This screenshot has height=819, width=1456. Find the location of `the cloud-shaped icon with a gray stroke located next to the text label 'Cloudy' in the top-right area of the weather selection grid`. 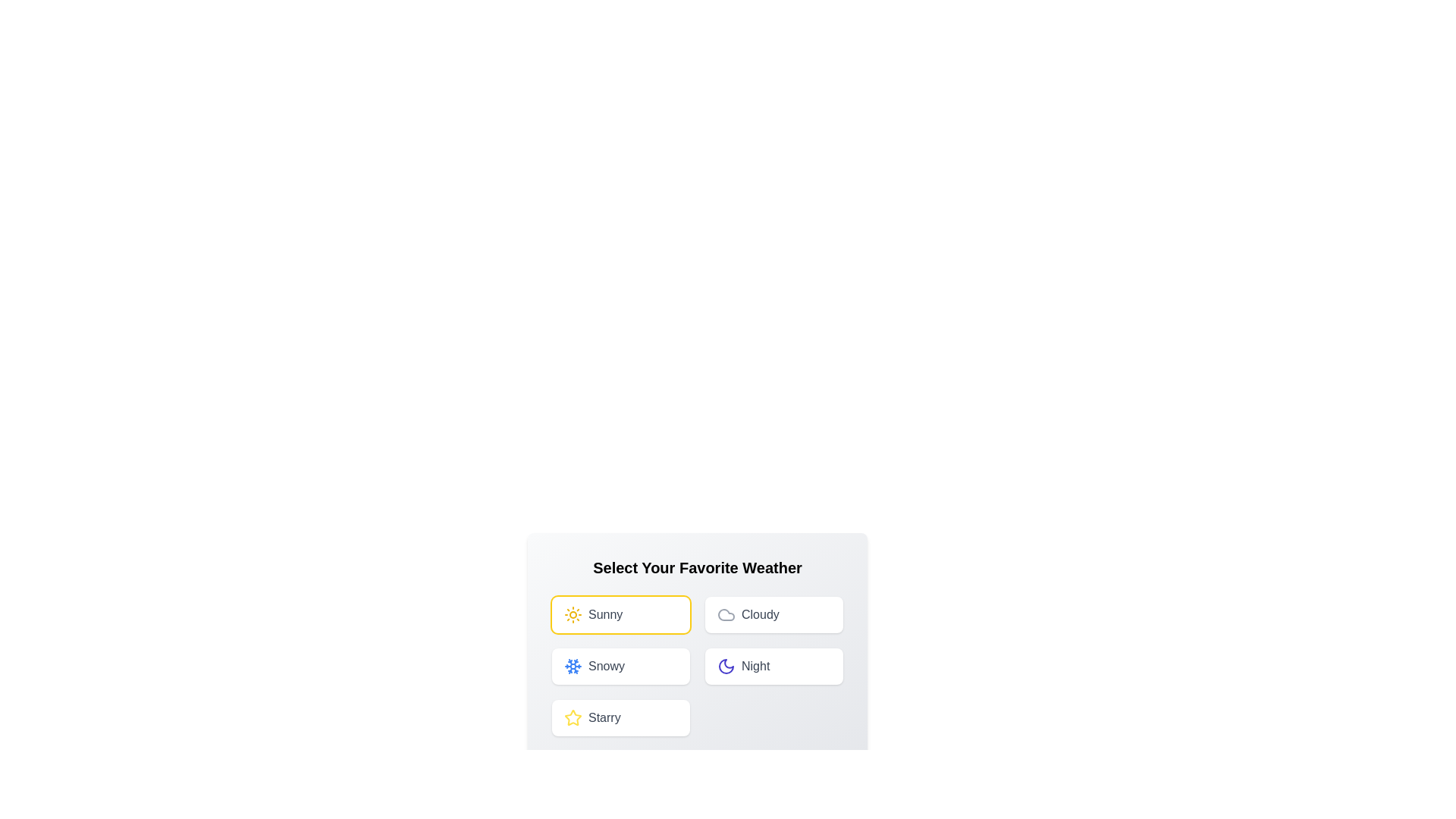

the cloud-shaped icon with a gray stroke located next to the text label 'Cloudy' in the top-right area of the weather selection grid is located at coordinates (726, 614).